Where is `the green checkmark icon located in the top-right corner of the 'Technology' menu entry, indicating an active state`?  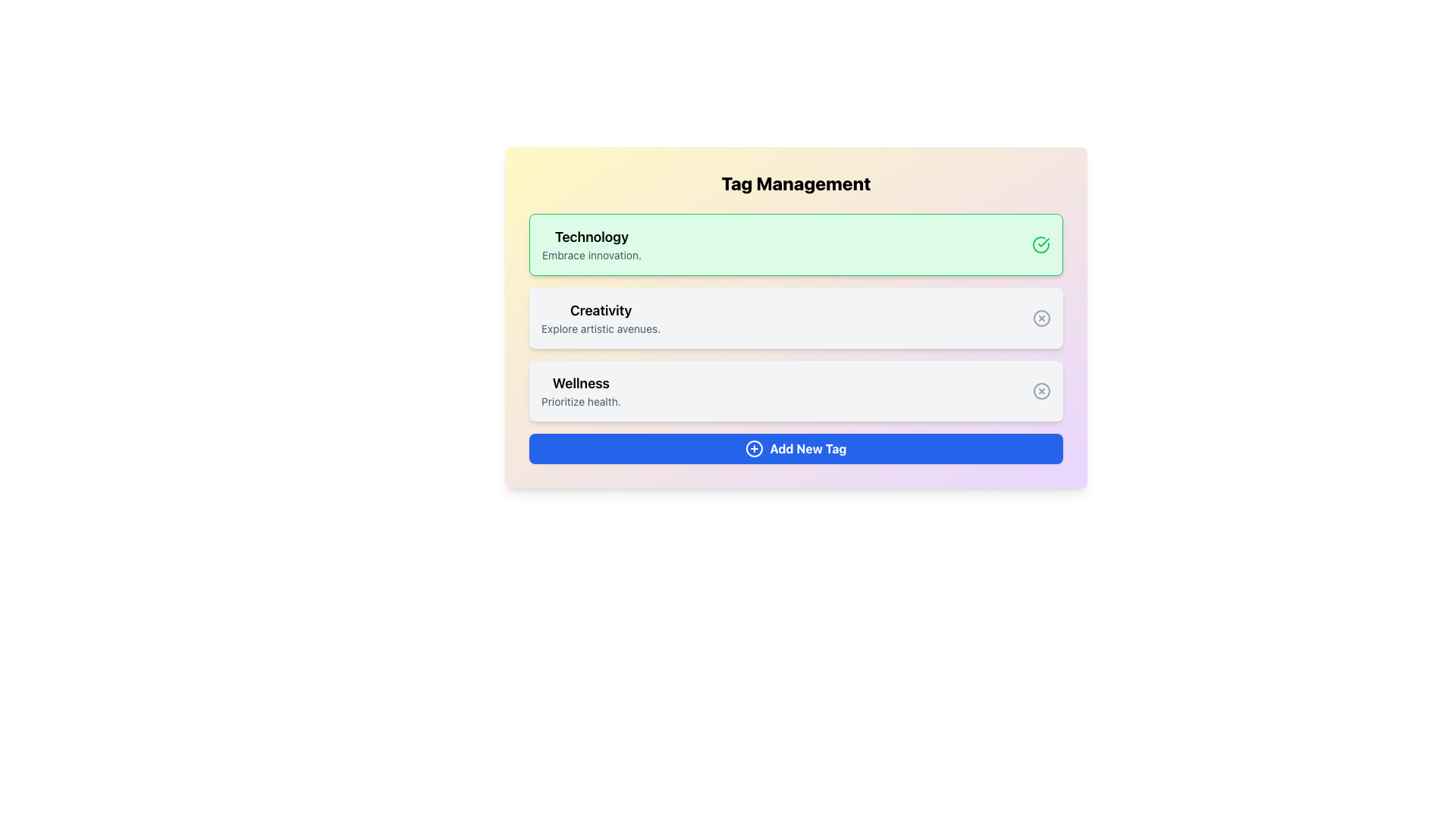 the green checkmark icon located in the top-right corner of the 'Technology' menu entry, indicating an active state is located at coordinates (1043, 242).